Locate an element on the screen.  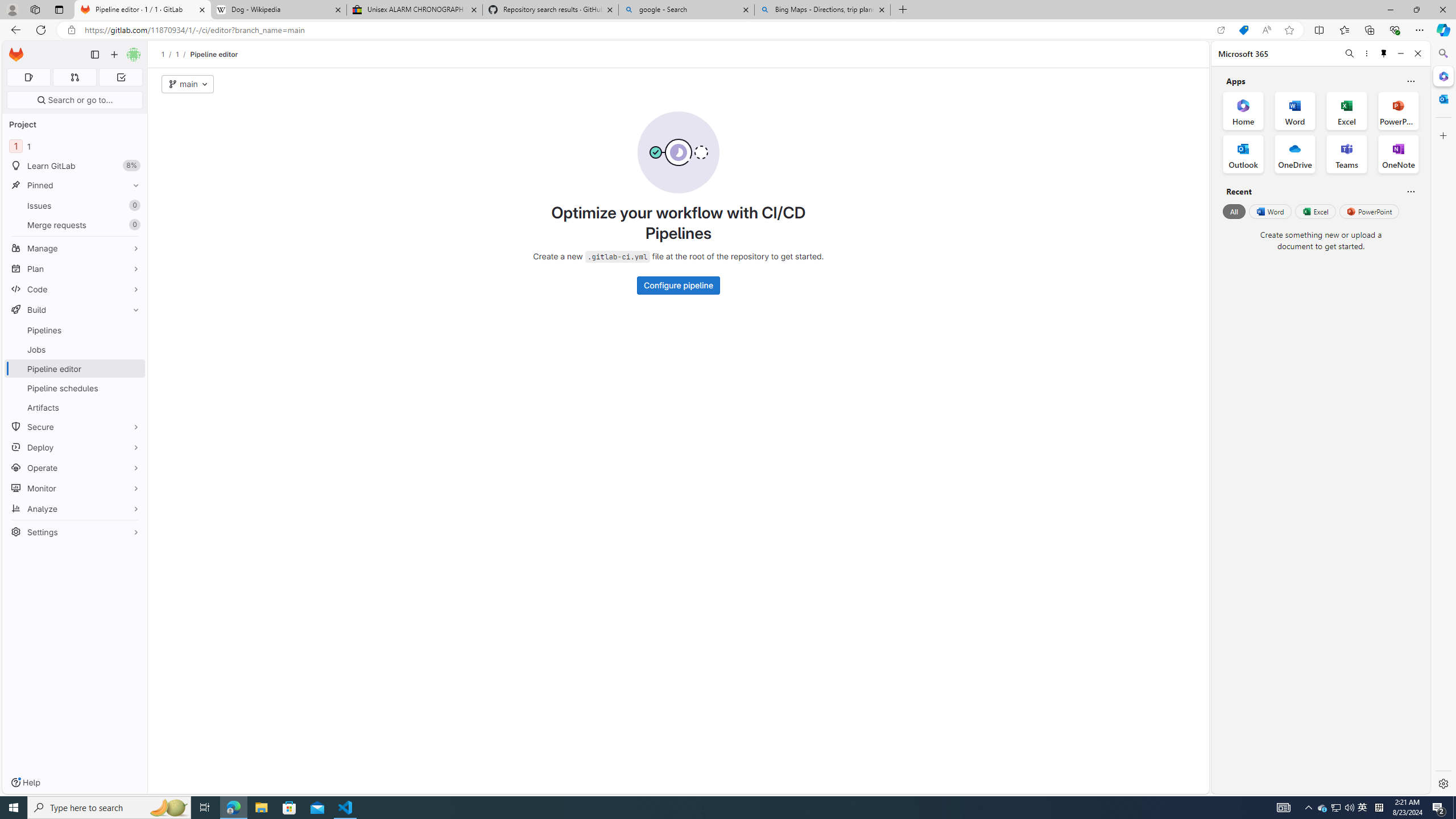
'Pipelines' is located at coordinates (74, 330).